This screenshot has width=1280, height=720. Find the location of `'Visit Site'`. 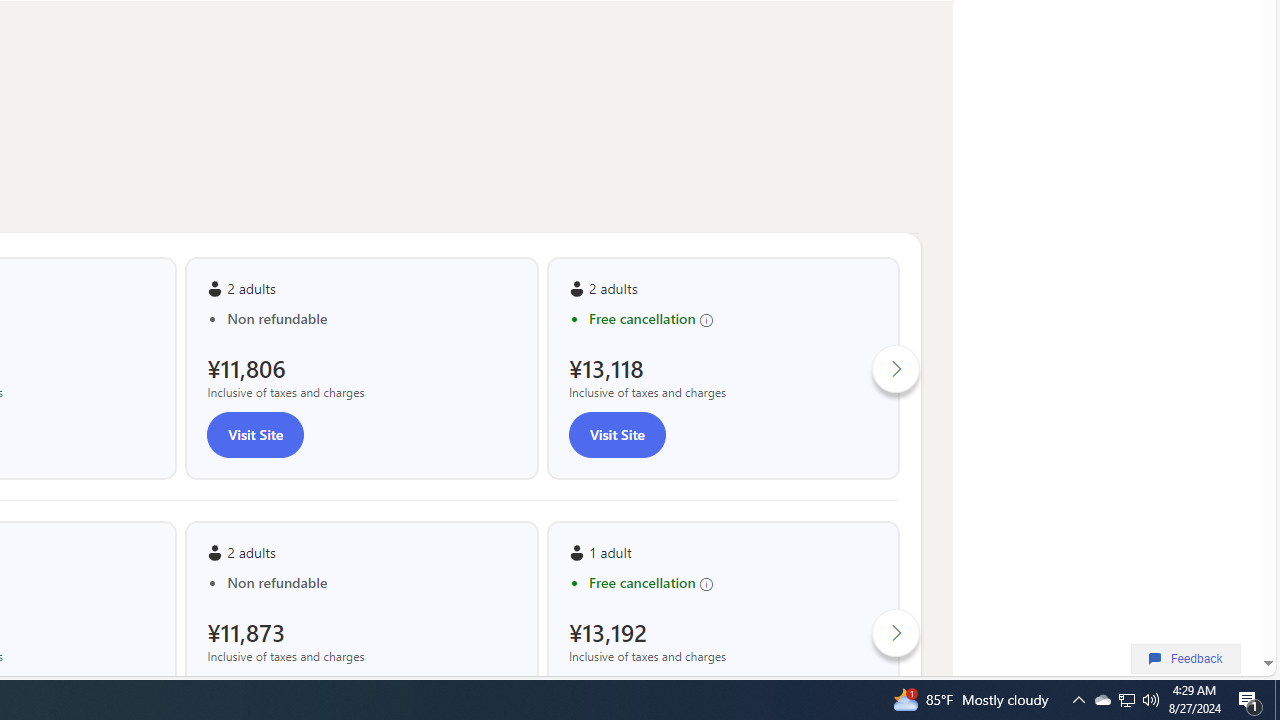

'Visit Site' is located at coordinates (615, 433).